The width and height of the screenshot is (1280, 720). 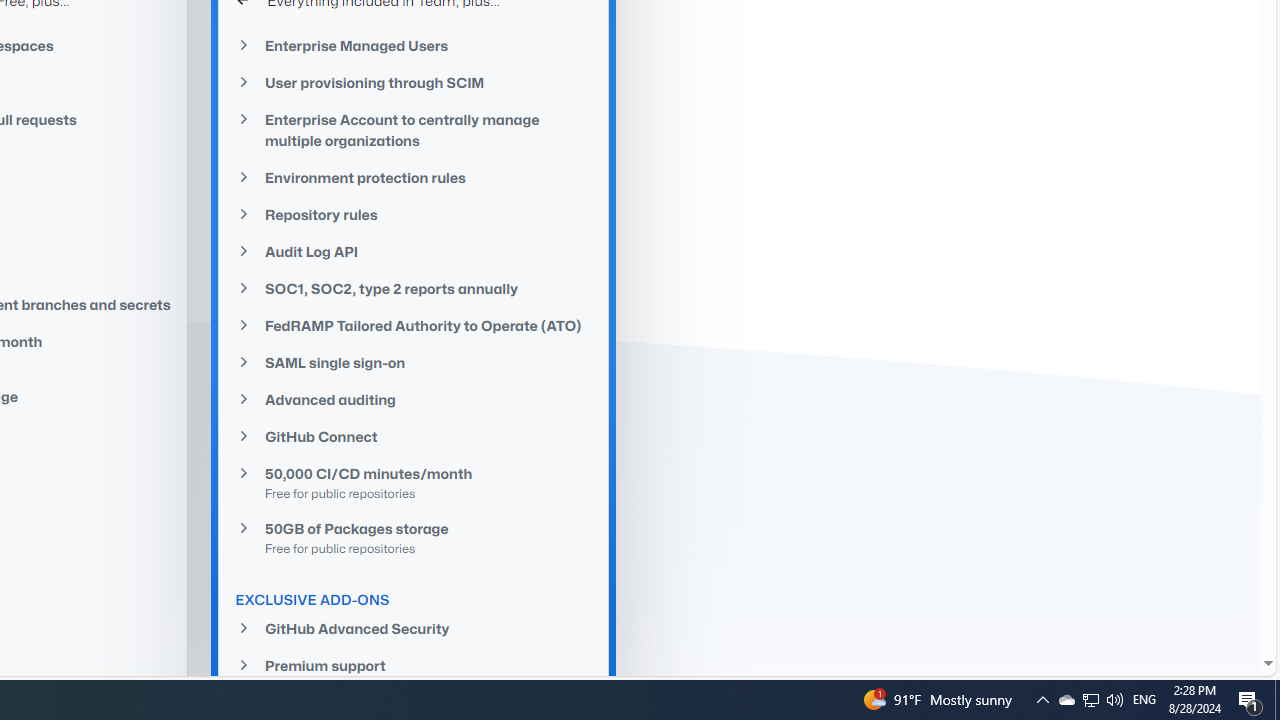 I want to click on 'FedRAMP Tailored Authority to Operate (ATO)', so click(x=413, y=324).